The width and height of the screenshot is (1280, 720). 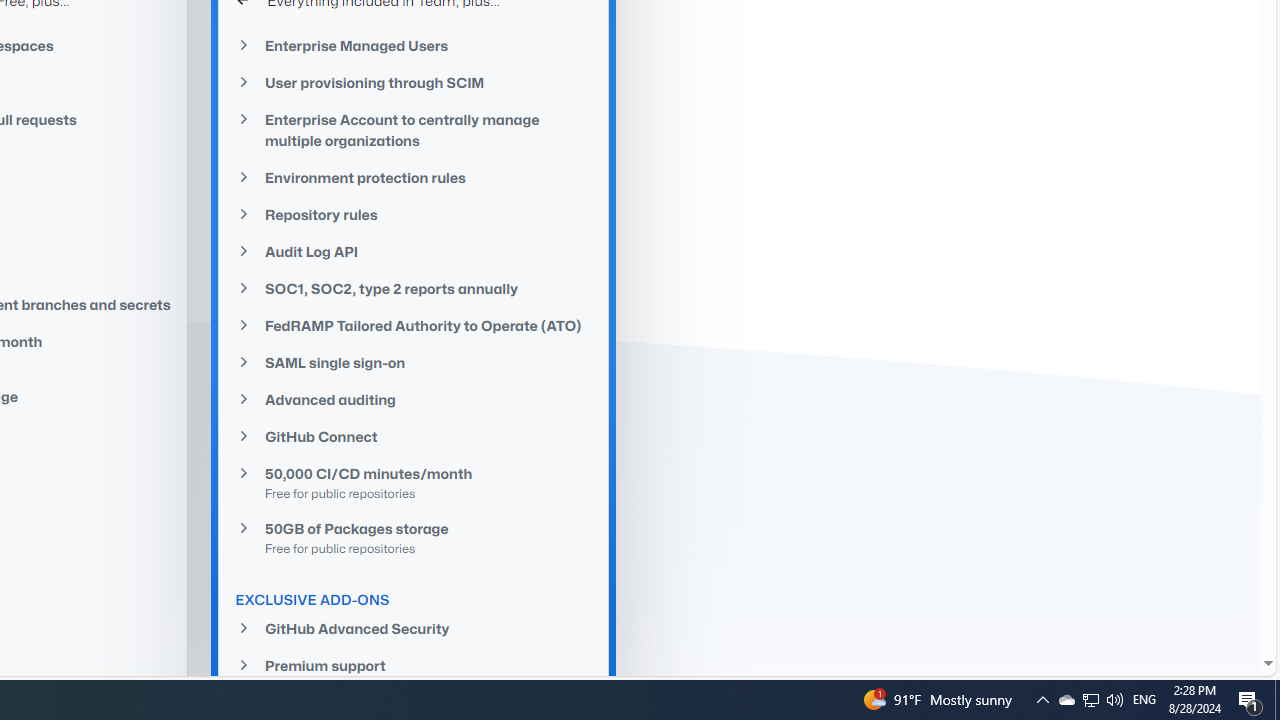 I want to click on 'FedRAMP Tailored Authority to Operate (ATO)', so click(x=413, y=324).